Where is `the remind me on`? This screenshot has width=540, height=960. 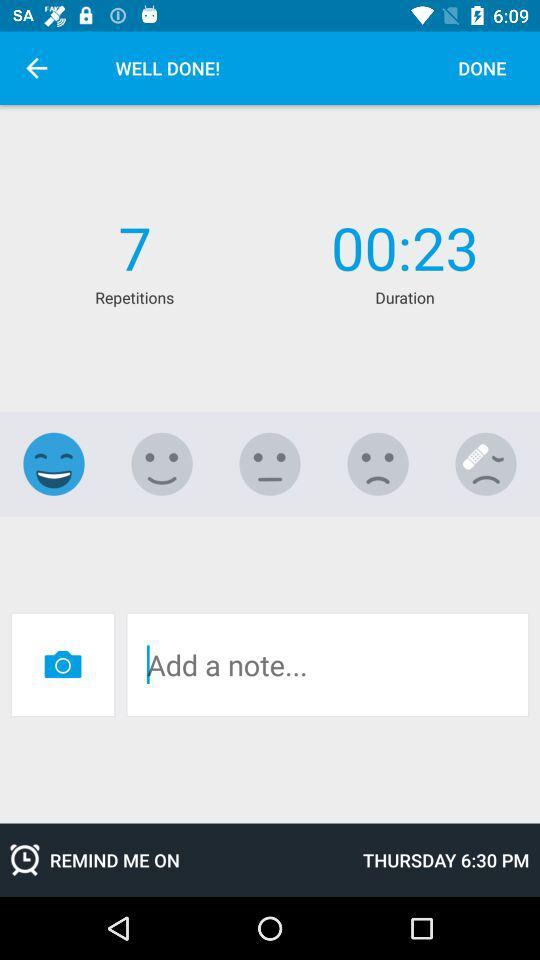
the remind me on is located at coordinates (176, 859).